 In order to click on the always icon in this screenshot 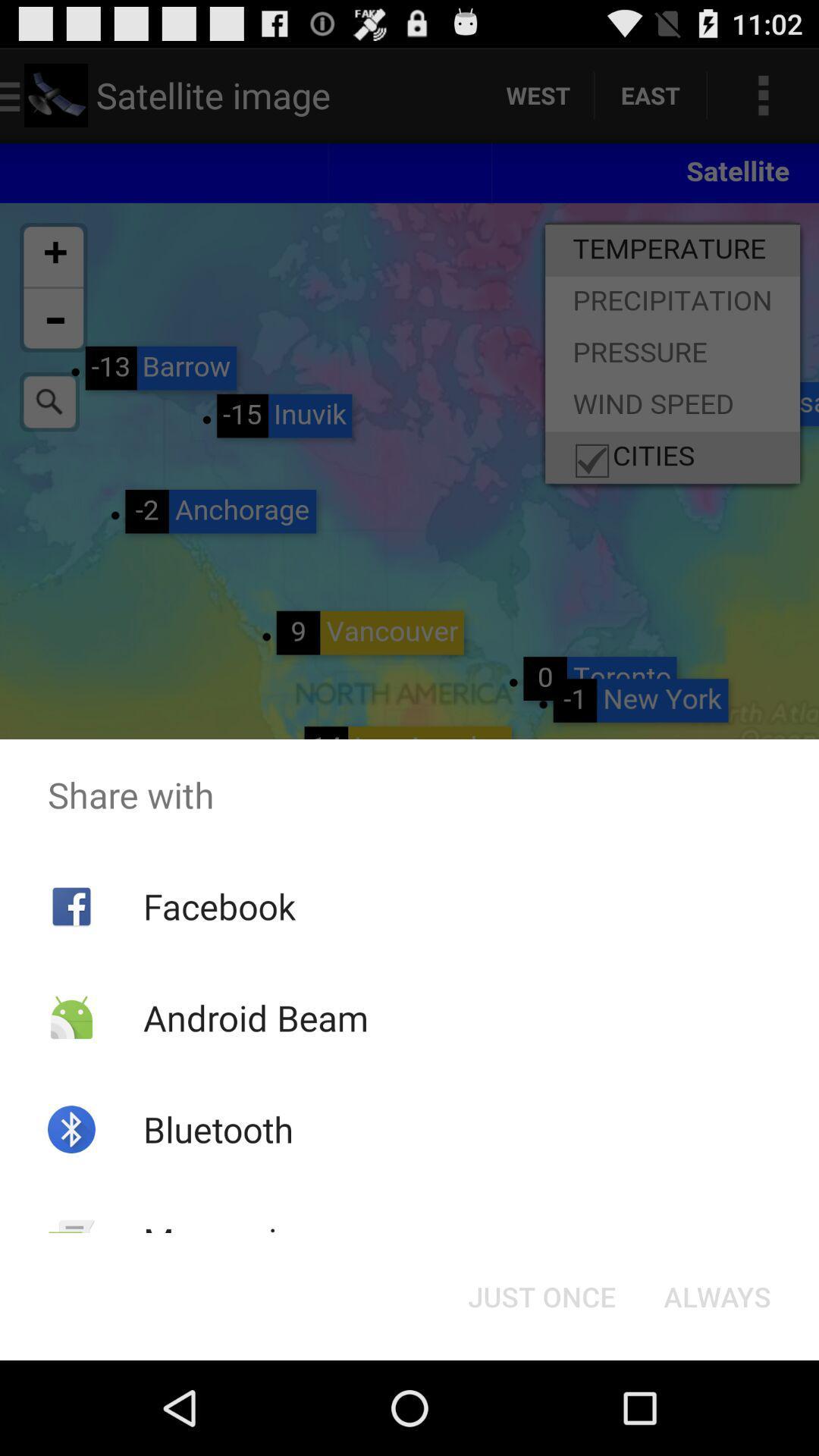, I will do `click(717, 1295)`.